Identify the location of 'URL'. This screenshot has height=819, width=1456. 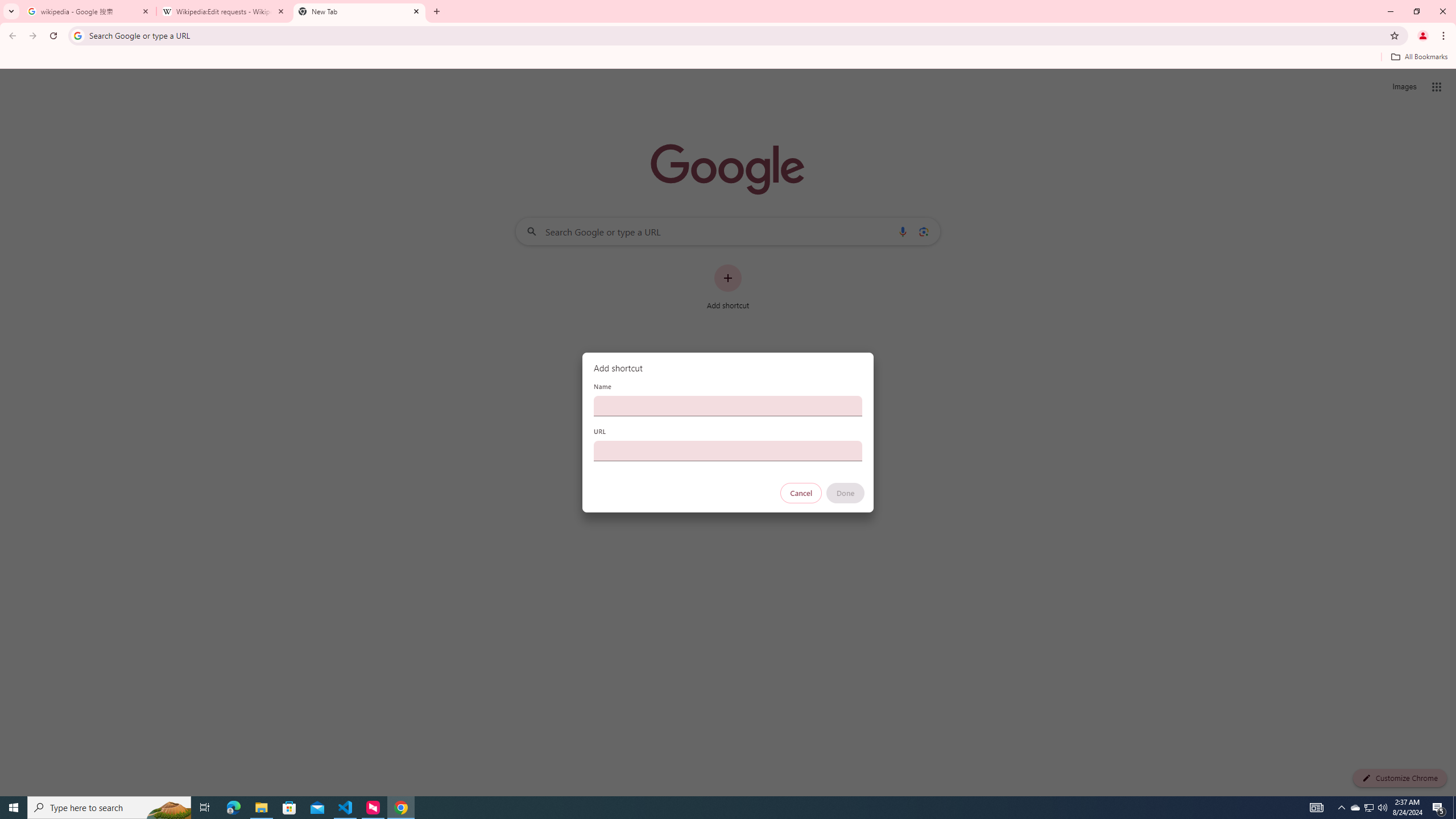
(728, 450).